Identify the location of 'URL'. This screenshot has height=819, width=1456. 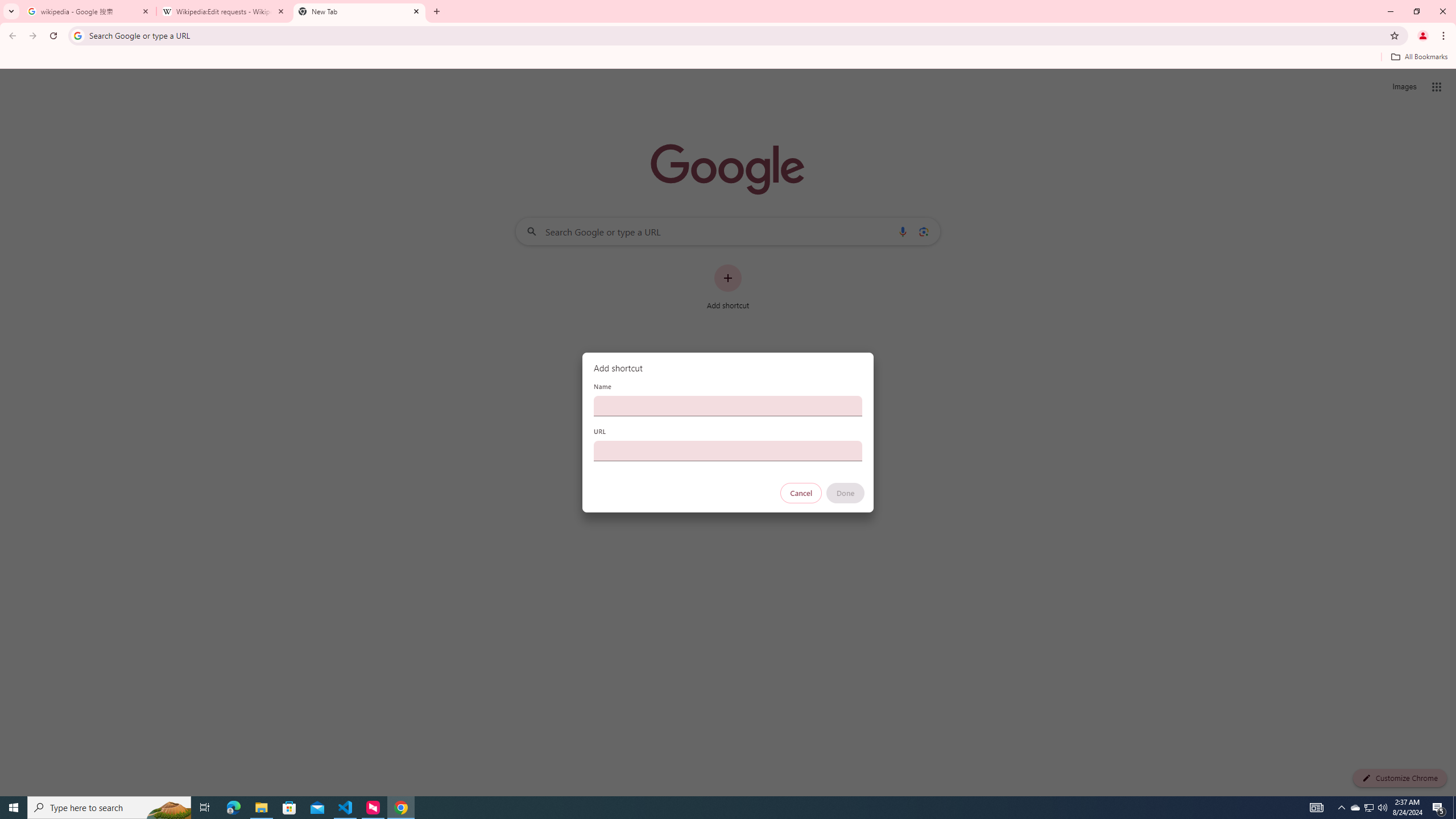
(728, 450).